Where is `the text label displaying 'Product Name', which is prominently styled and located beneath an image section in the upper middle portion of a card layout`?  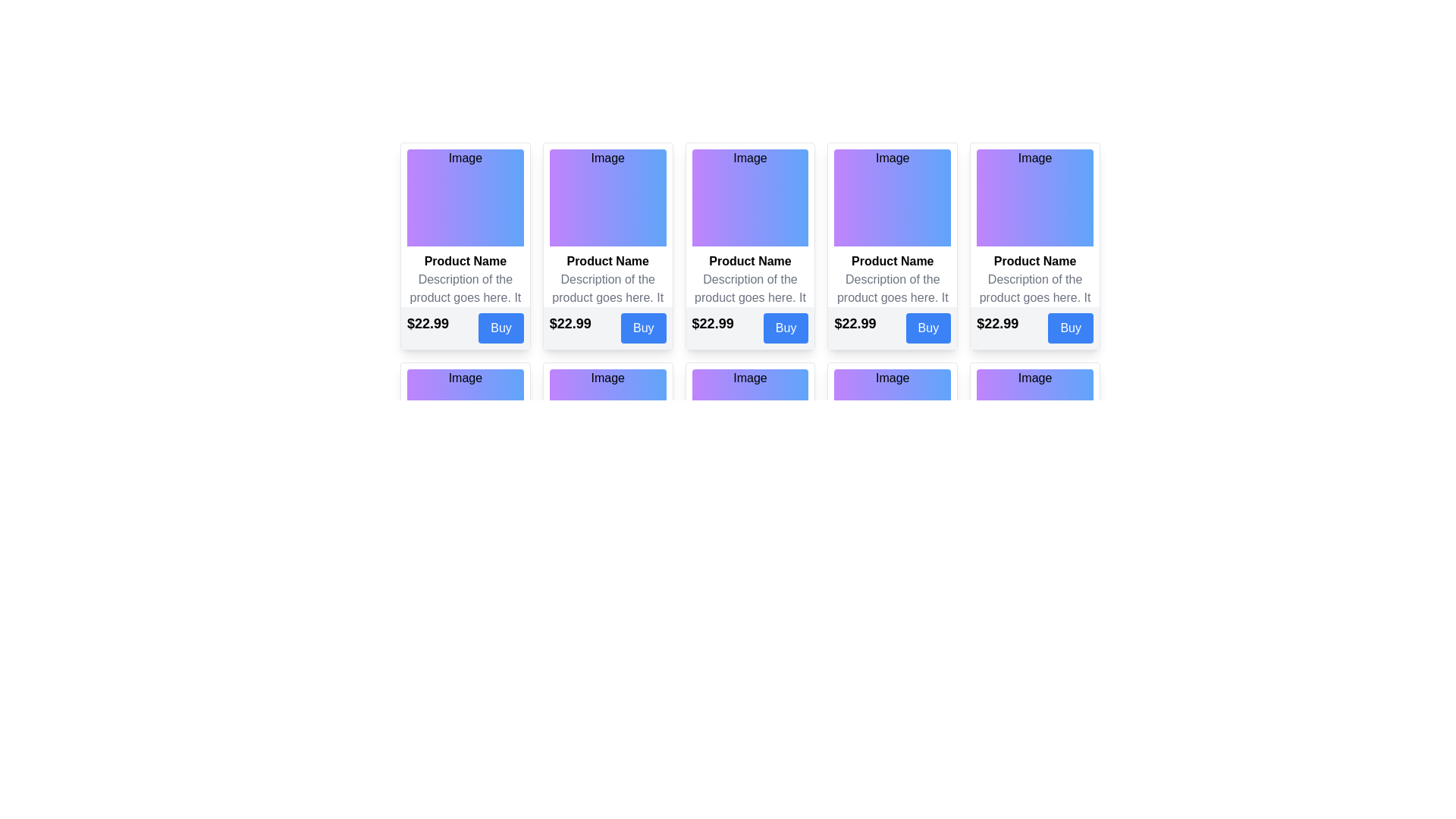
the text label displaying 'Product Name', which is prominently styled and located beneath an image section in the upper middle portion of a card layout is located at coordinates (607, 260).